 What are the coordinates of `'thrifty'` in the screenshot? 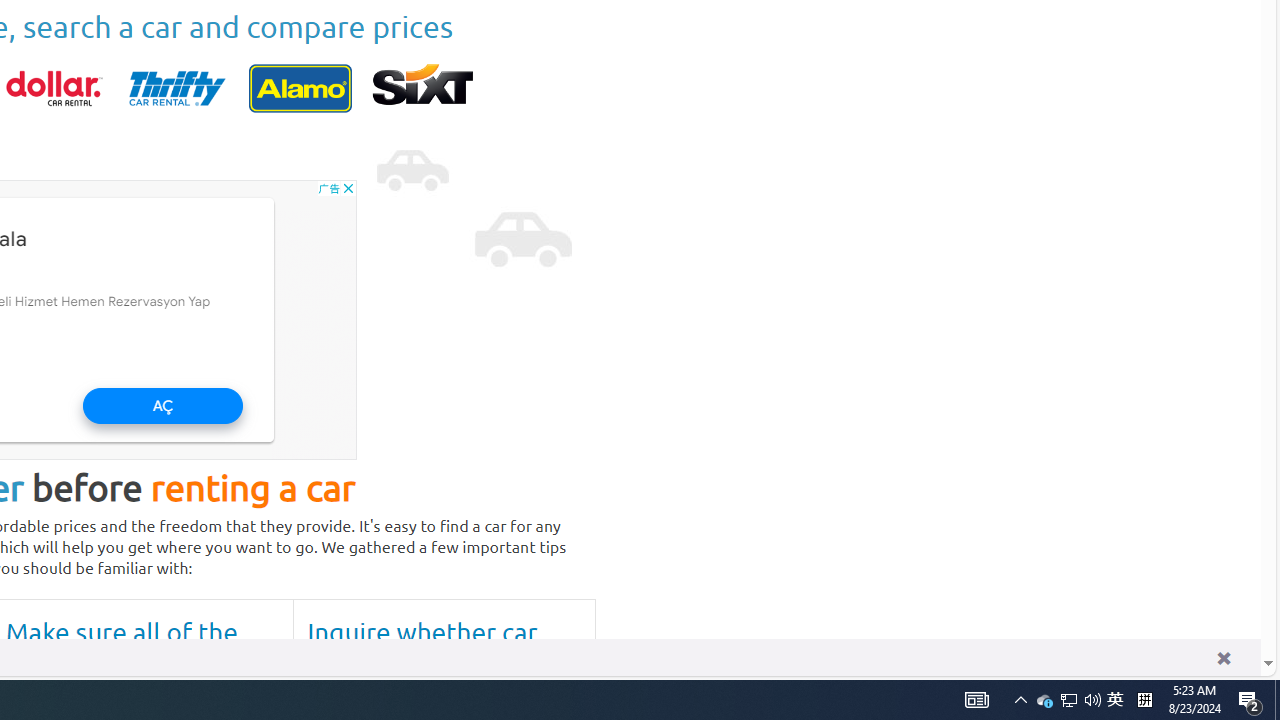 It's located at (177, 87).